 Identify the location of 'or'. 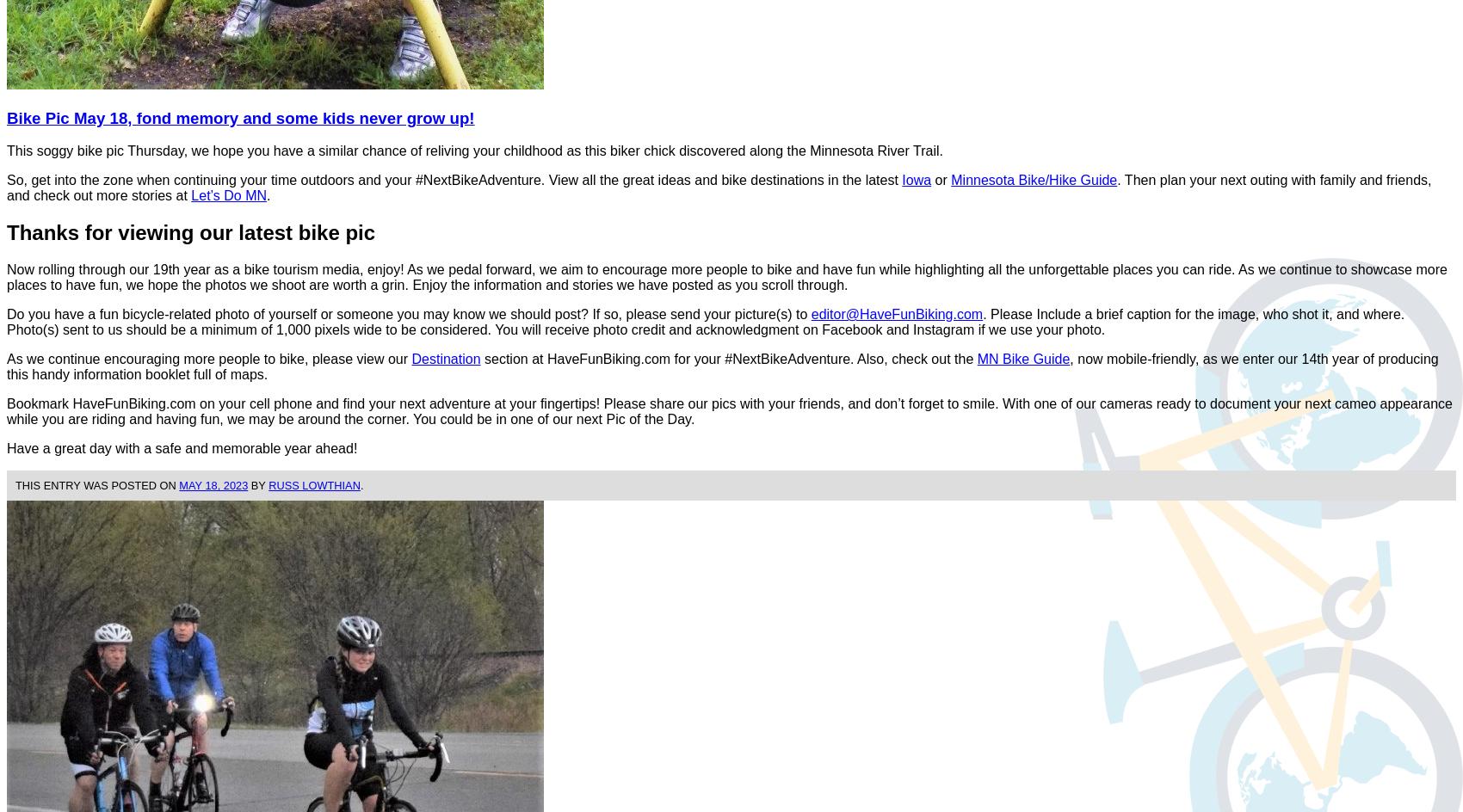
(941, 179).